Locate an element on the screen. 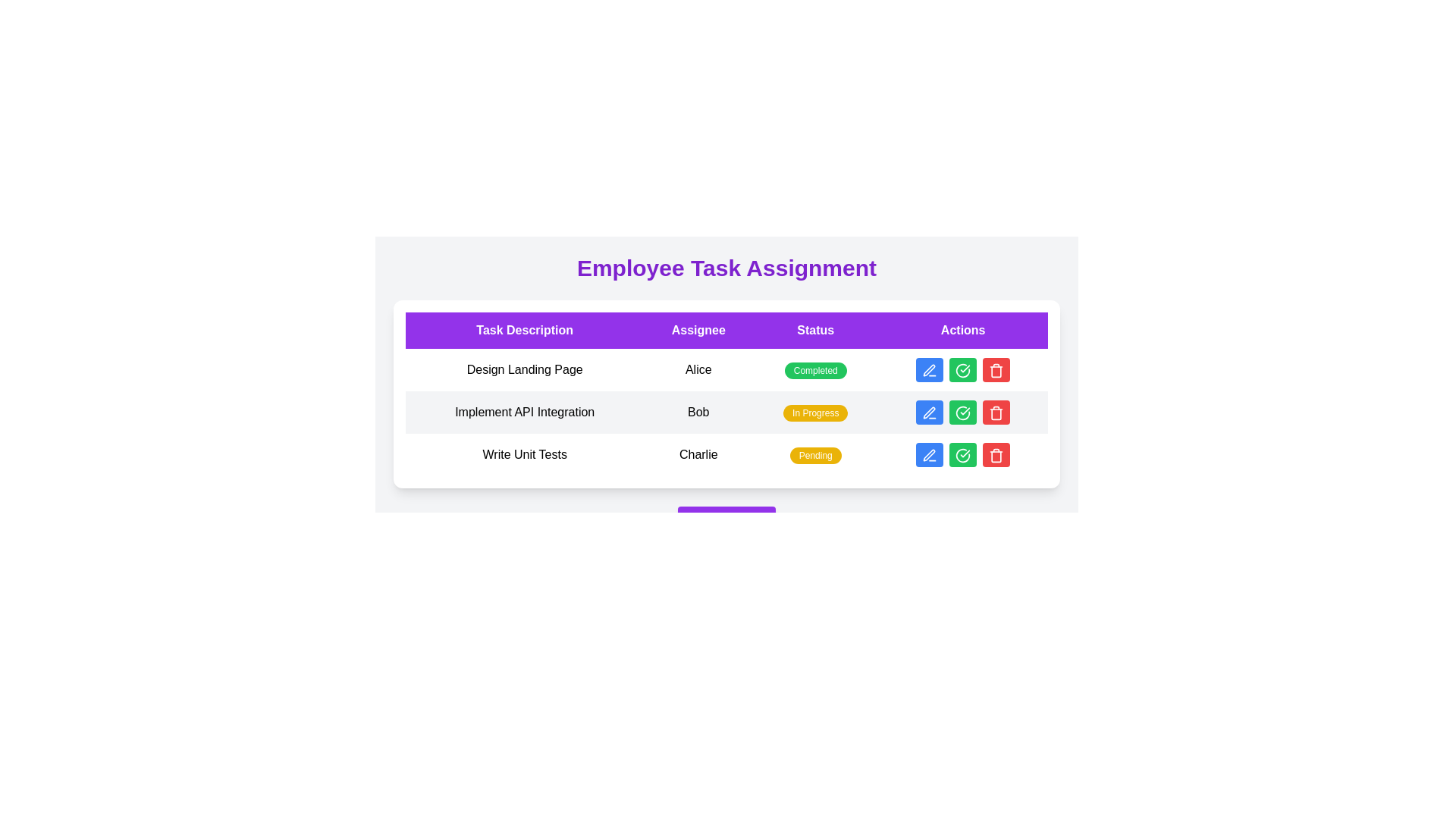 This screenshot has height=819, width=1456. the green rectangular button with a circular arrow icon in the 'Actions' column of the second row for the task 'Implement API Integration' assigned to 'Bob' is located at coordinates (962, 412).